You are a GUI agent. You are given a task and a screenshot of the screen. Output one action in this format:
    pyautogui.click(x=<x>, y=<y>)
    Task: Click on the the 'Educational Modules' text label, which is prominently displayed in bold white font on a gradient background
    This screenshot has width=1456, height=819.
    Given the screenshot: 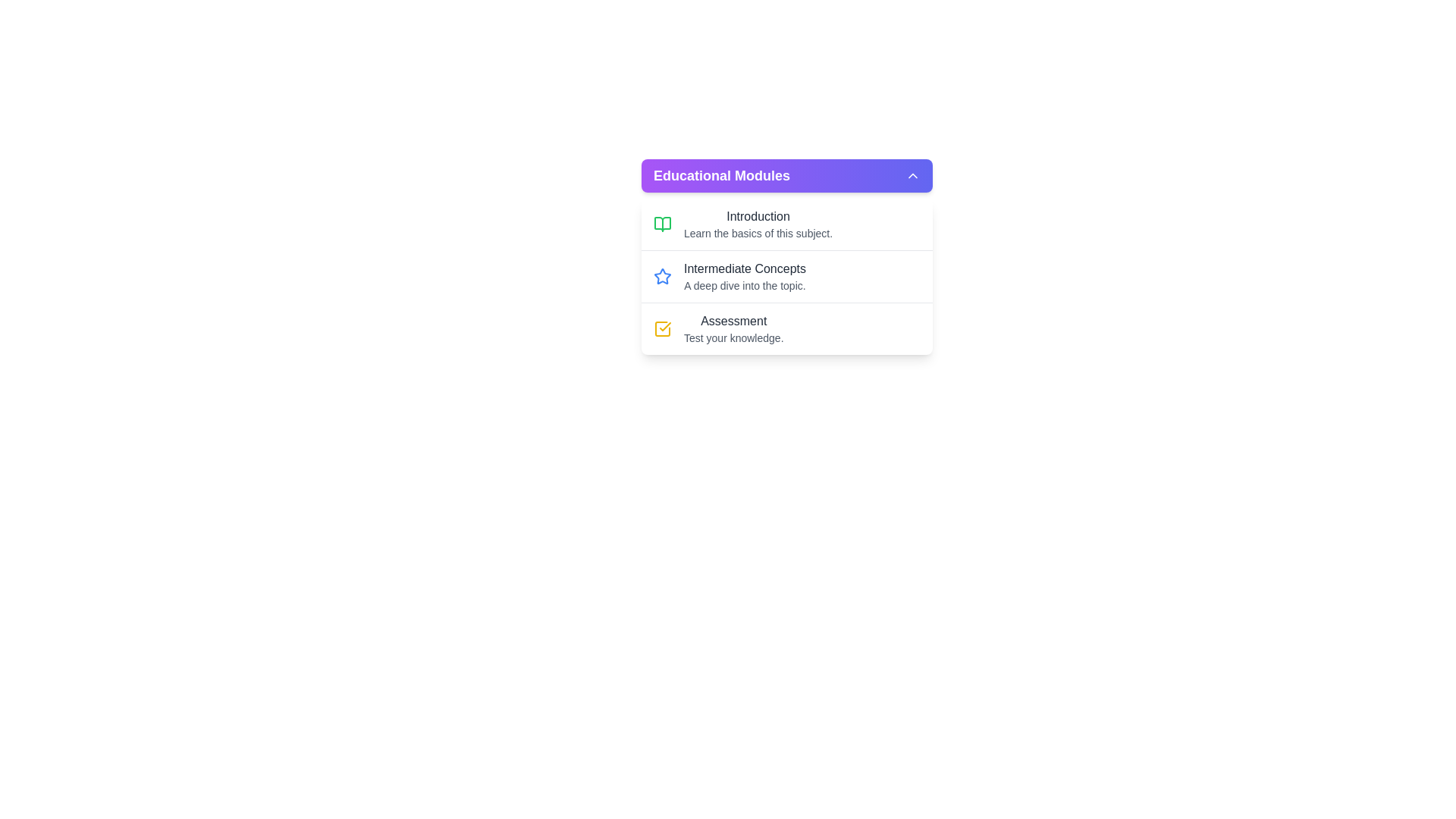 What is the action you would take?
    pyautogui.click(x=720, y=174)
    